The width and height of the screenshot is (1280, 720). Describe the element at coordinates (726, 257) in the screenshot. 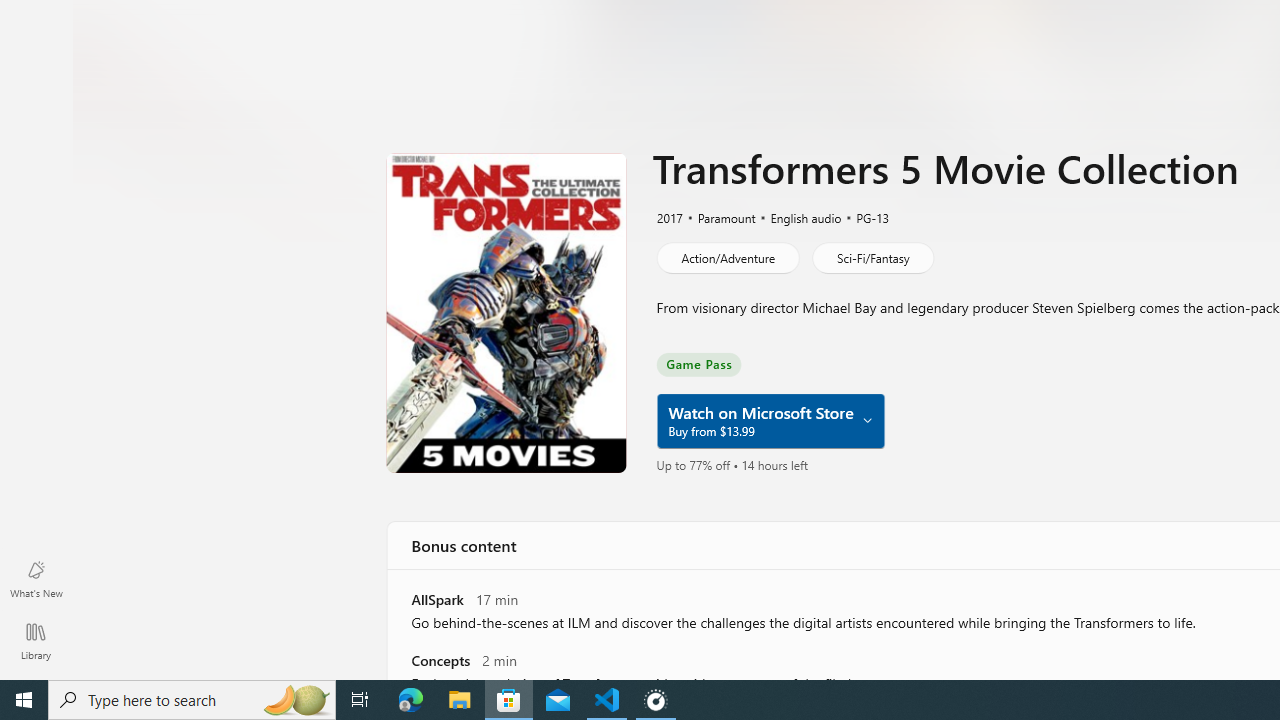

I see `'Action/Adventure'` at that location.